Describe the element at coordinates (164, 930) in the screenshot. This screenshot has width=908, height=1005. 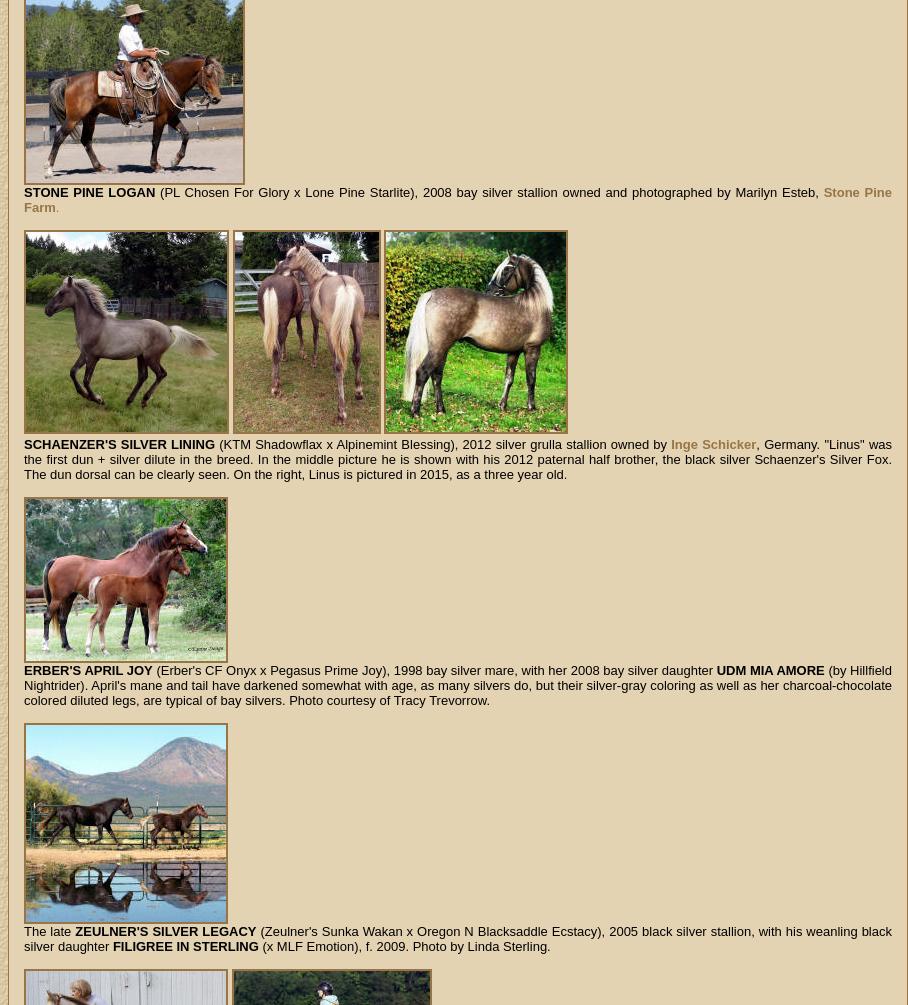
I see `'ZEULNER'S SILVER LEGACY'` at that location.